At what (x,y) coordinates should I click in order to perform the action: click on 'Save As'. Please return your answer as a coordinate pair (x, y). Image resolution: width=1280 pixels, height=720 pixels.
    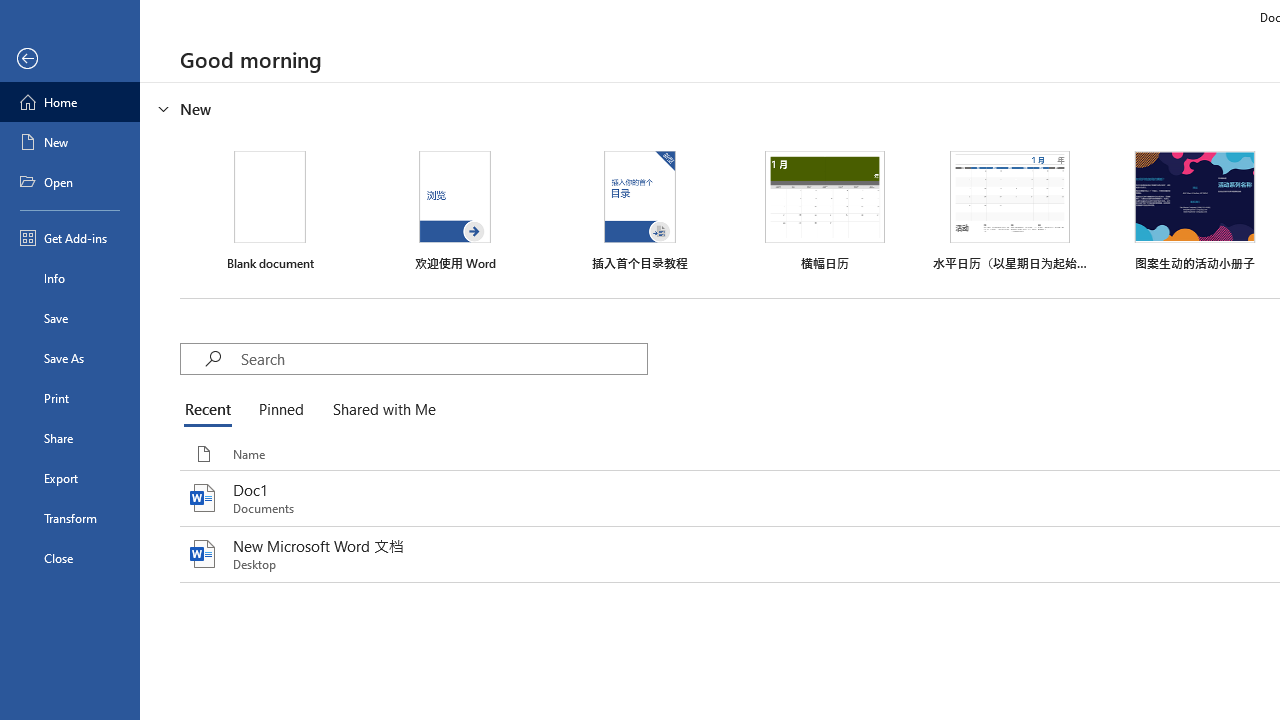
    Looking at the image, I should click on (69, 356).